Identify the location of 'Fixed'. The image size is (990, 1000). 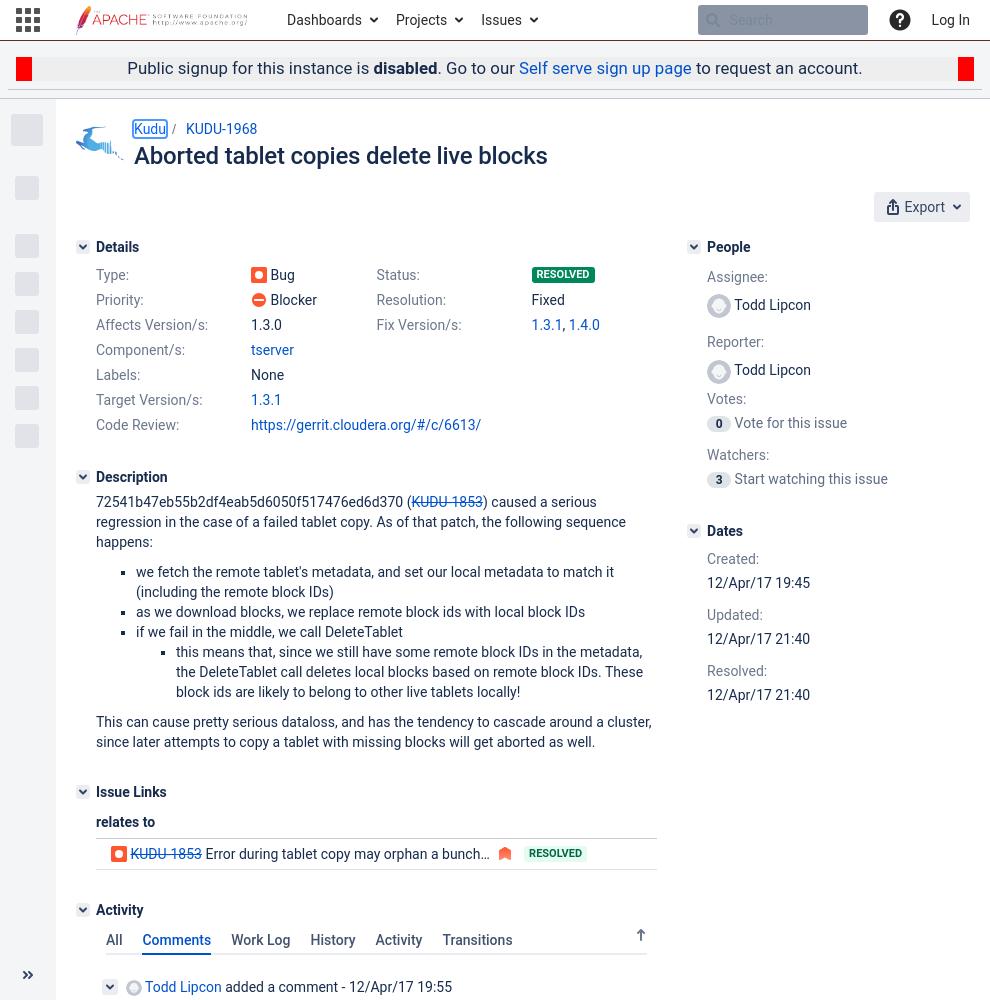
(547, 299).